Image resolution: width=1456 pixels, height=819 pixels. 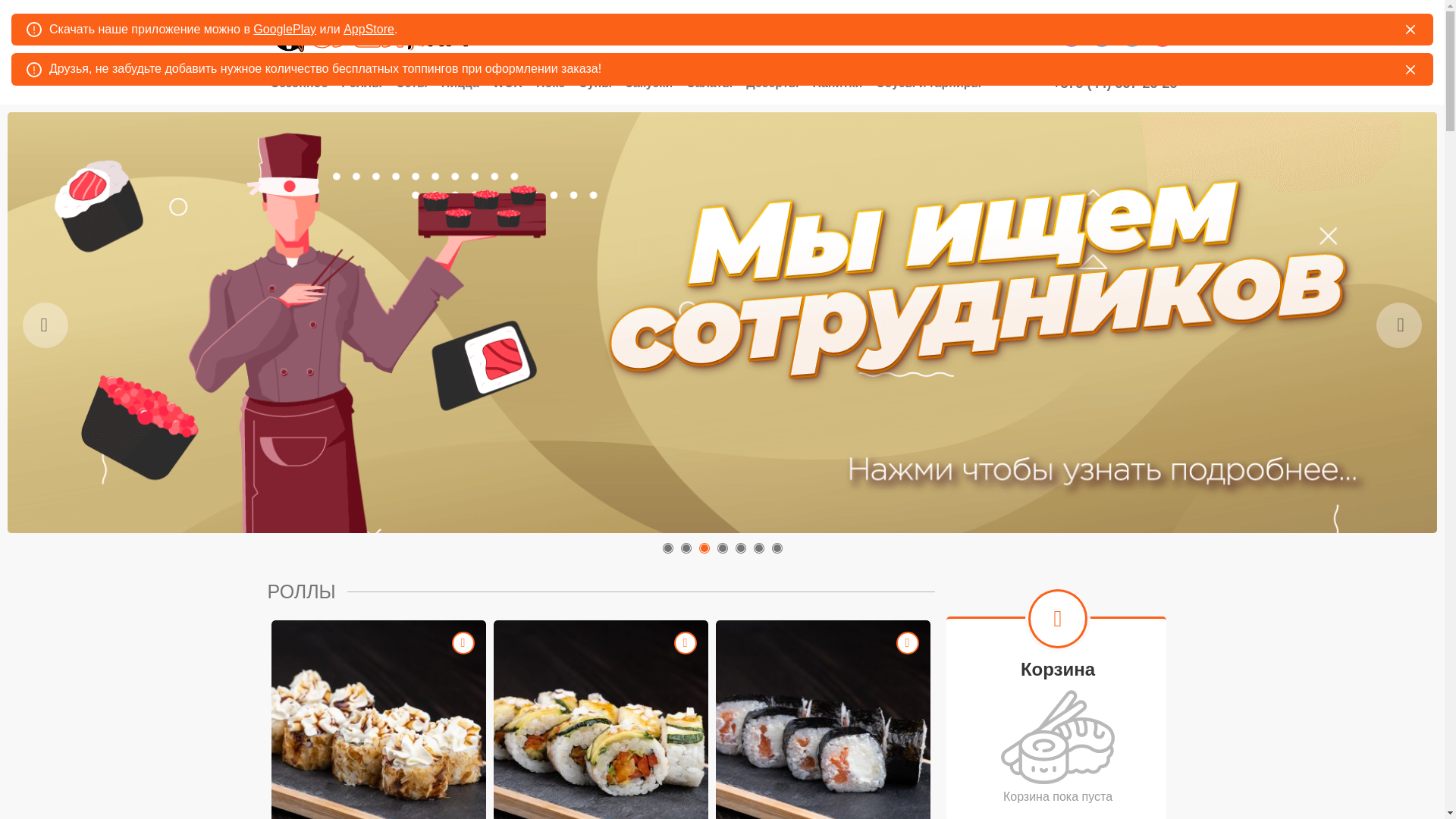 I want to click on 'WOK', so click(x=507, y=83).